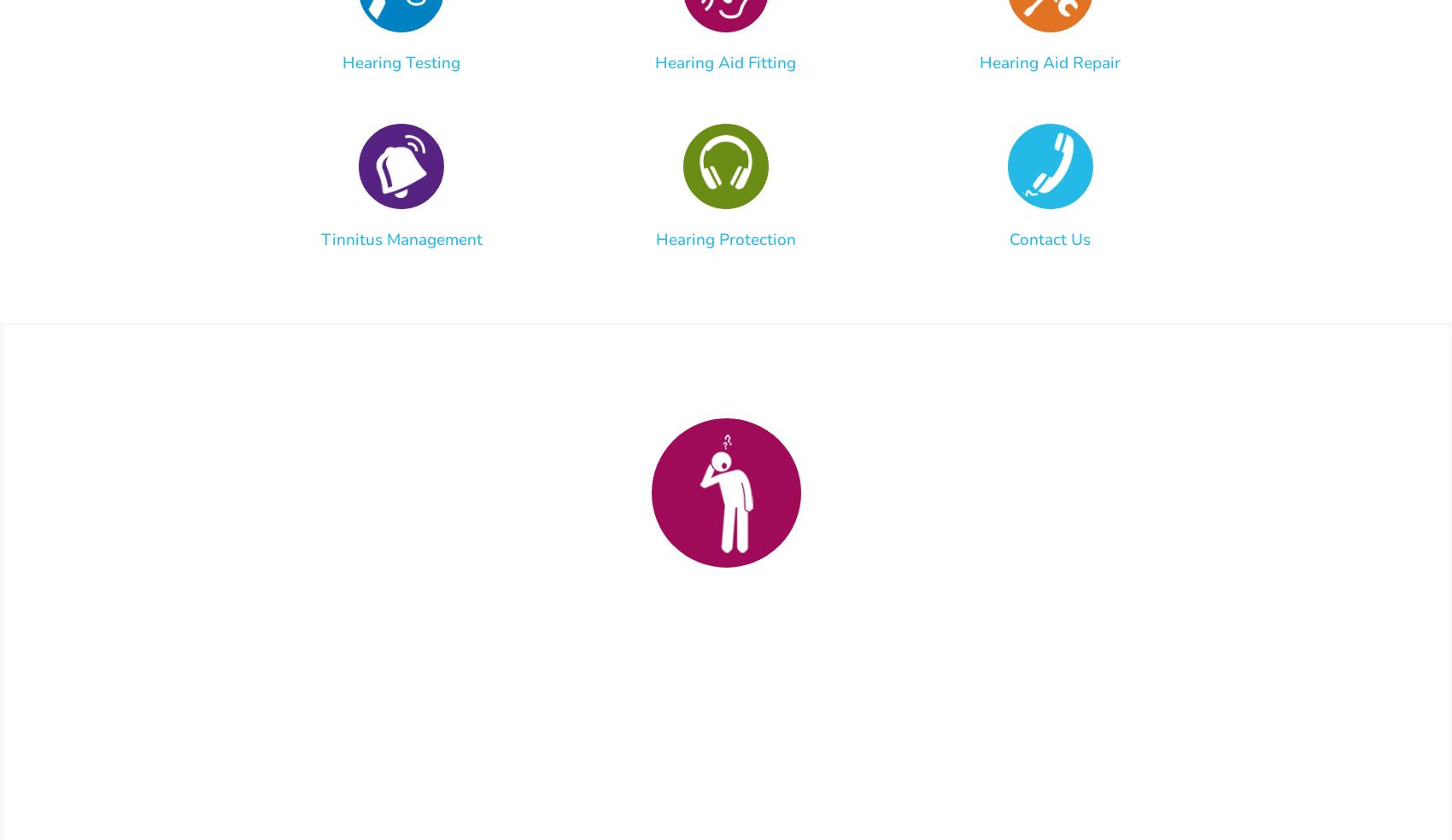 Image resolution: width=1452 pixels, height=840 pixels. Describe the element at coordinates (724, 614) in the screenshot. I see `'Stop Struggling with Hearing Loss'` at that location.